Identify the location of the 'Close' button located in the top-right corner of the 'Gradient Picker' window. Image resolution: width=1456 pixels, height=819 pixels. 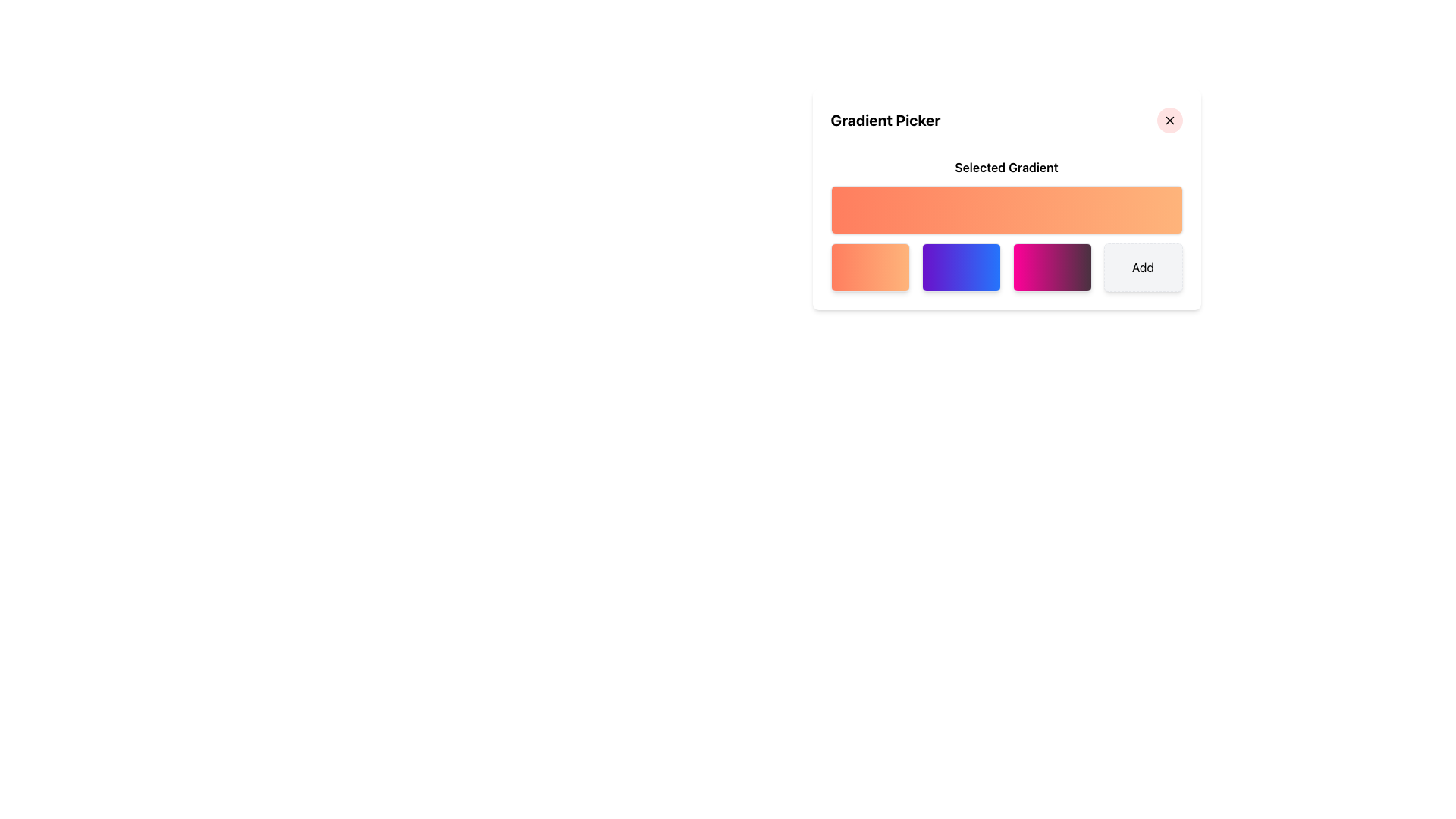
(1169, 119).